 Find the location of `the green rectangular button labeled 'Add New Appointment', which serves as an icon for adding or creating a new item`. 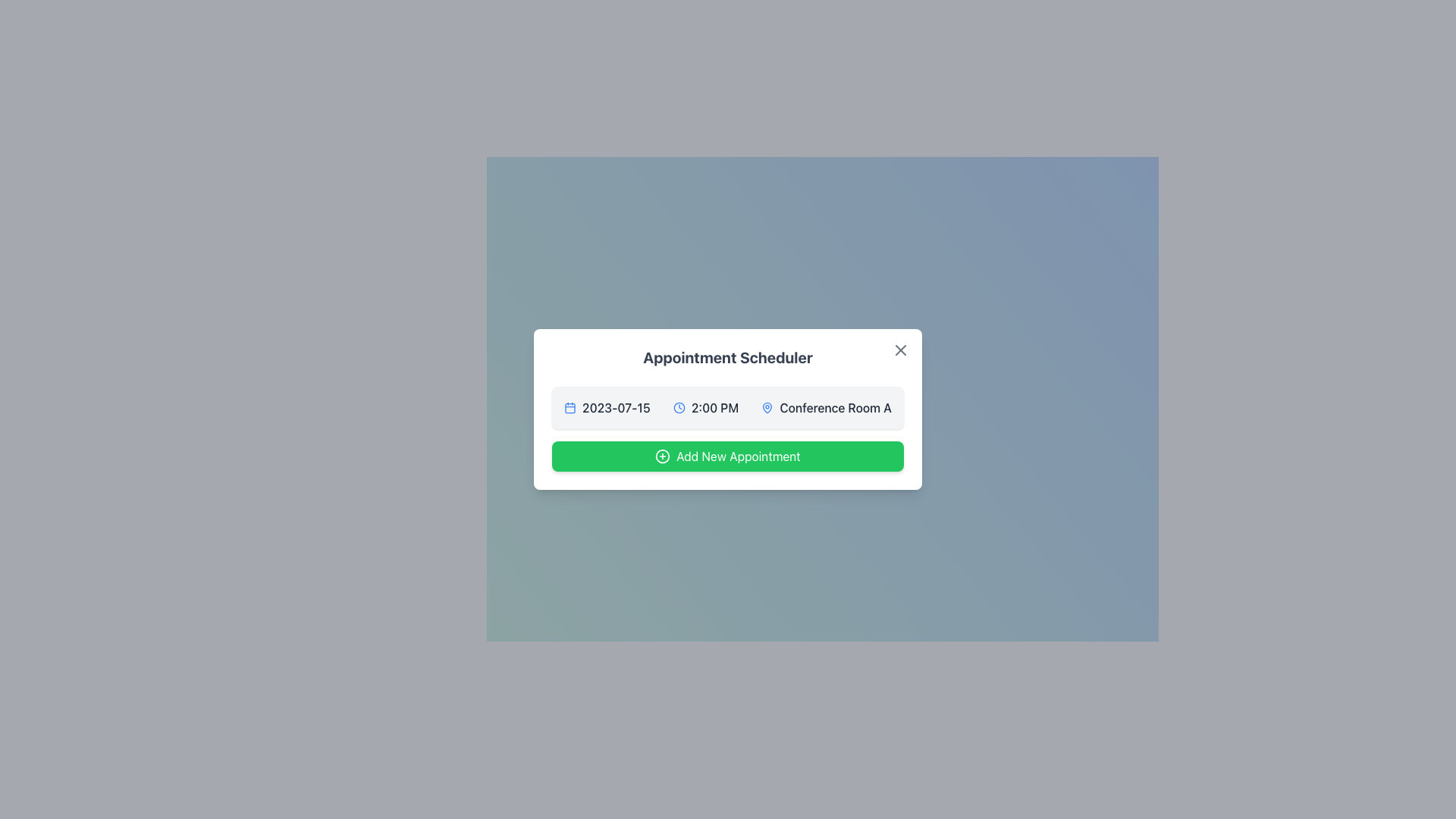

the green rectangular button labeled 'Add New Appointment', which serves as an icon for adding or creating a new item is located at coordinates (663, 455).